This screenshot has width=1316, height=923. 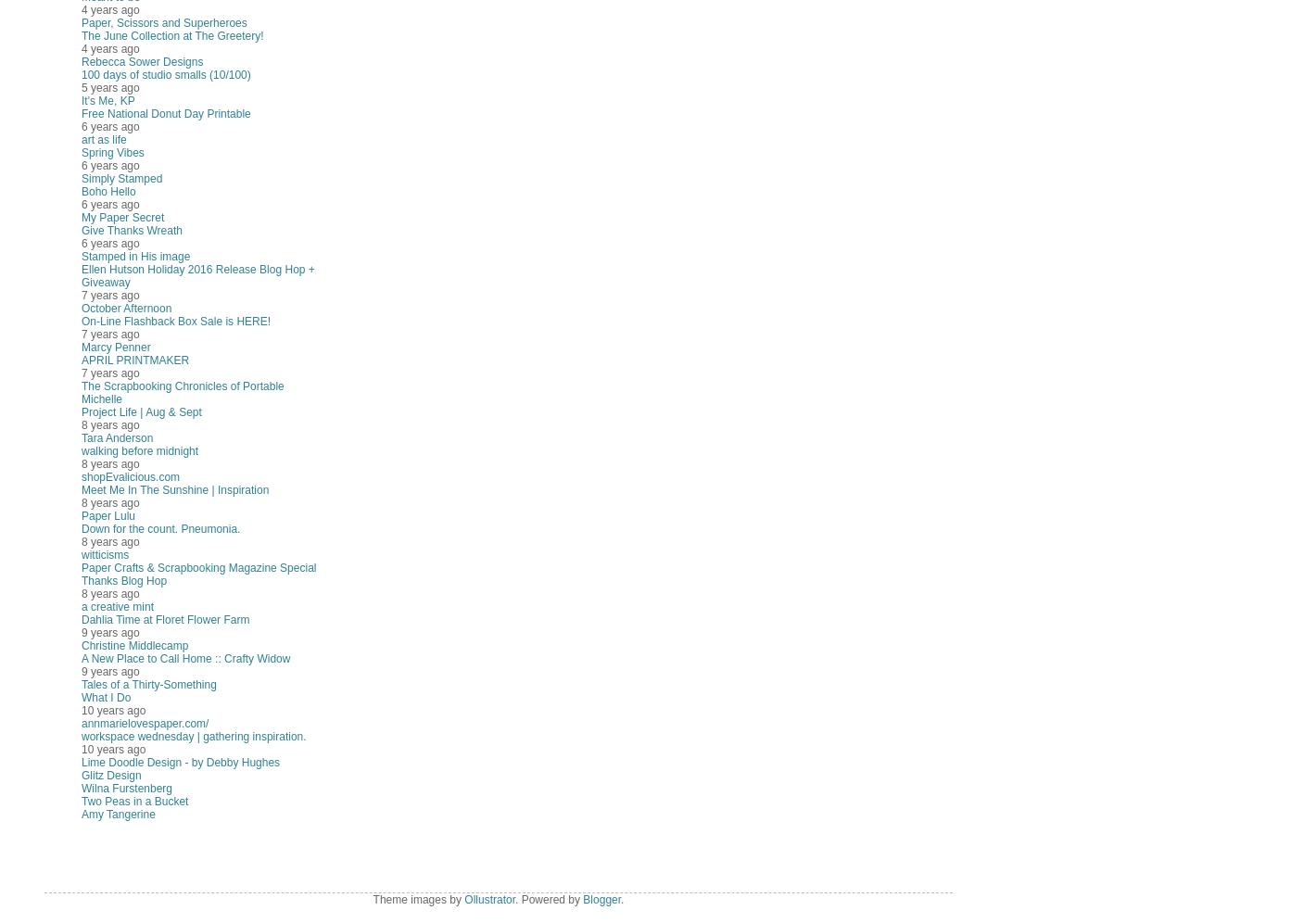 What do you see at coordinates (159, 528) in the screenshot?
I see `'Down for the count.  Pneumonia.'` at bounding box center [159, 528].